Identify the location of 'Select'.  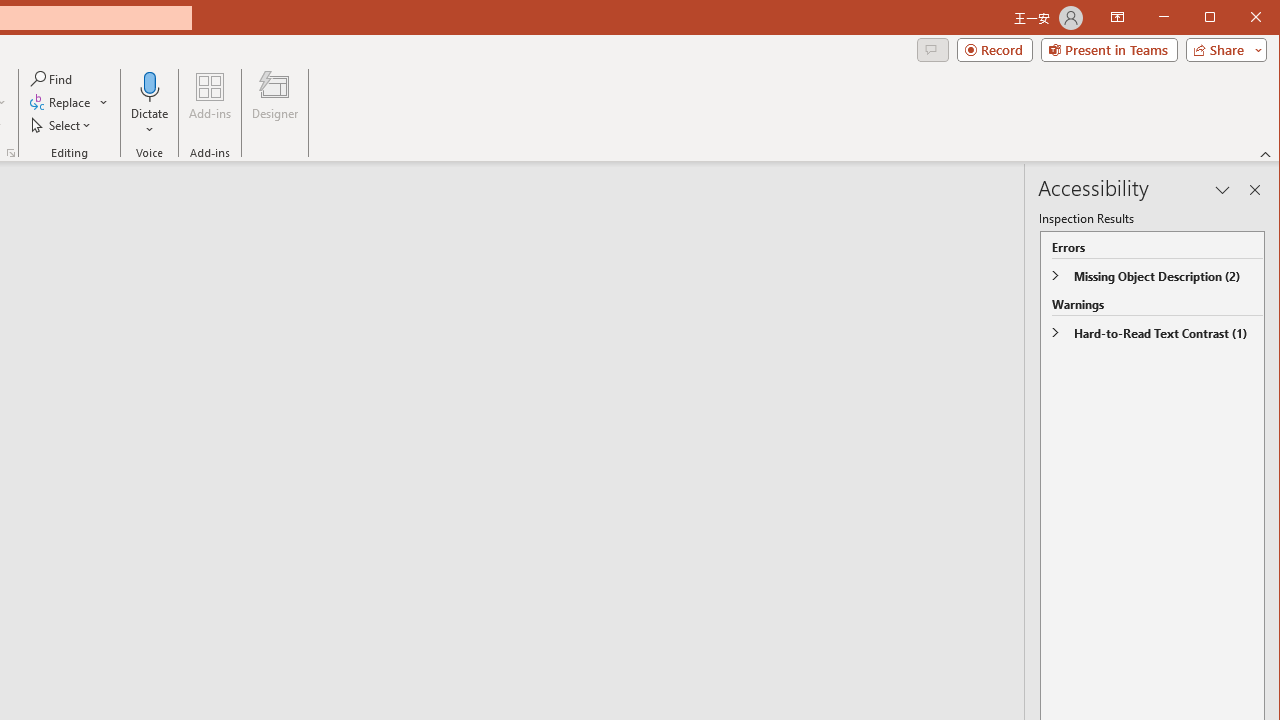
(62, 125).